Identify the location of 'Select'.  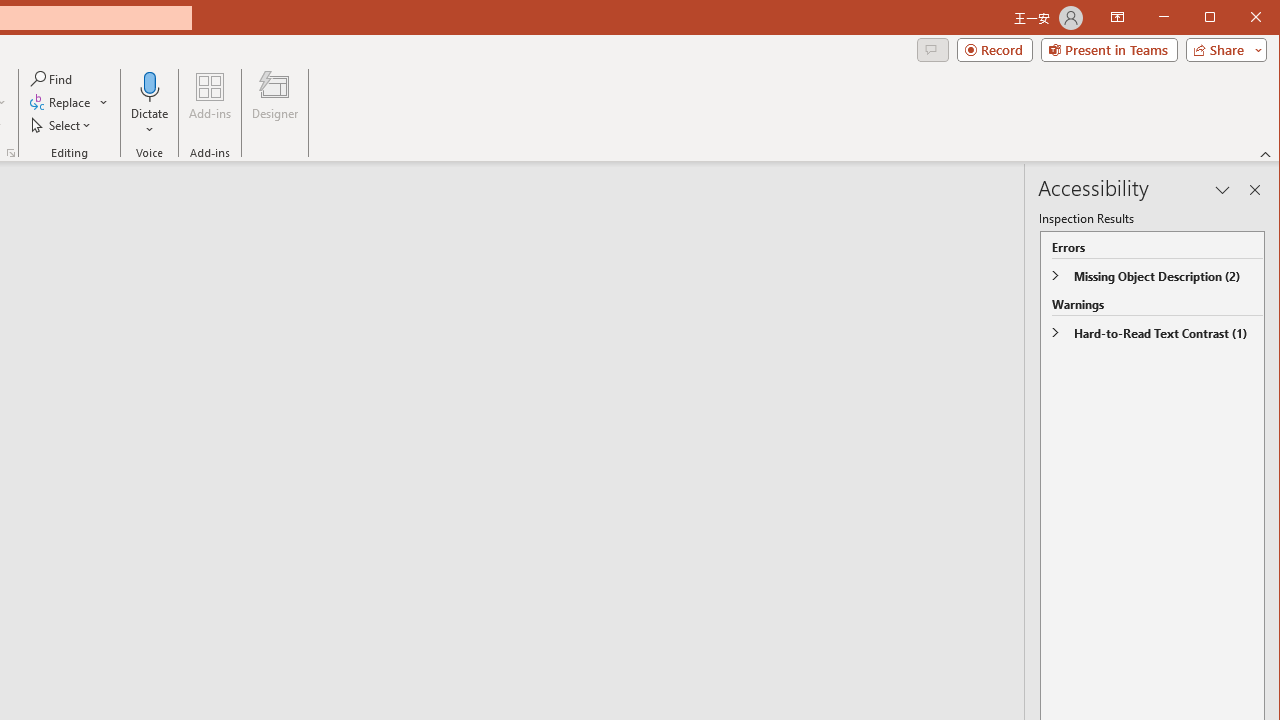
(62, 125).